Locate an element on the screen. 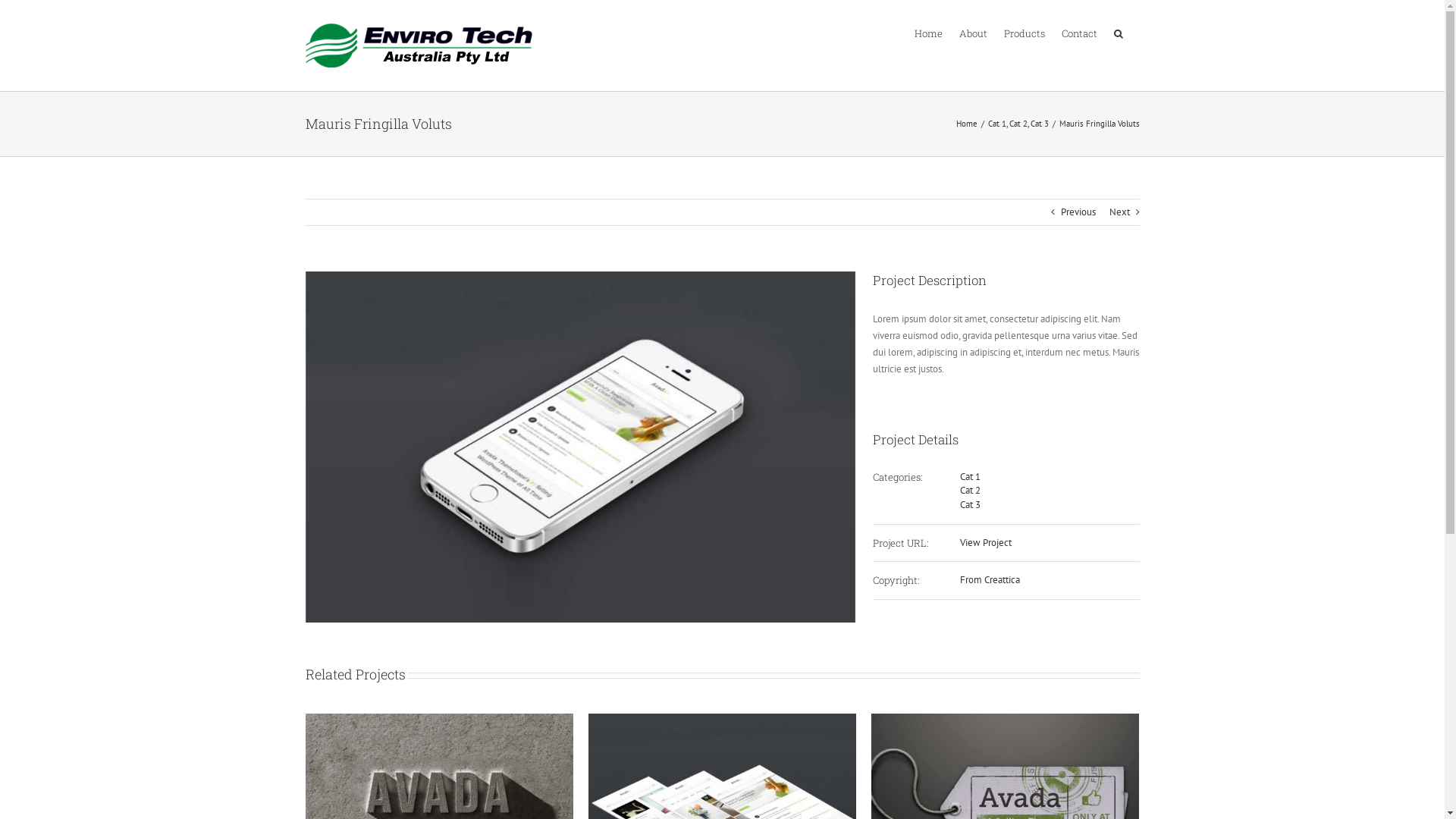 This screenshot has height=819, width=1456. 'Cat 1' is located at coordinates (959, 475).